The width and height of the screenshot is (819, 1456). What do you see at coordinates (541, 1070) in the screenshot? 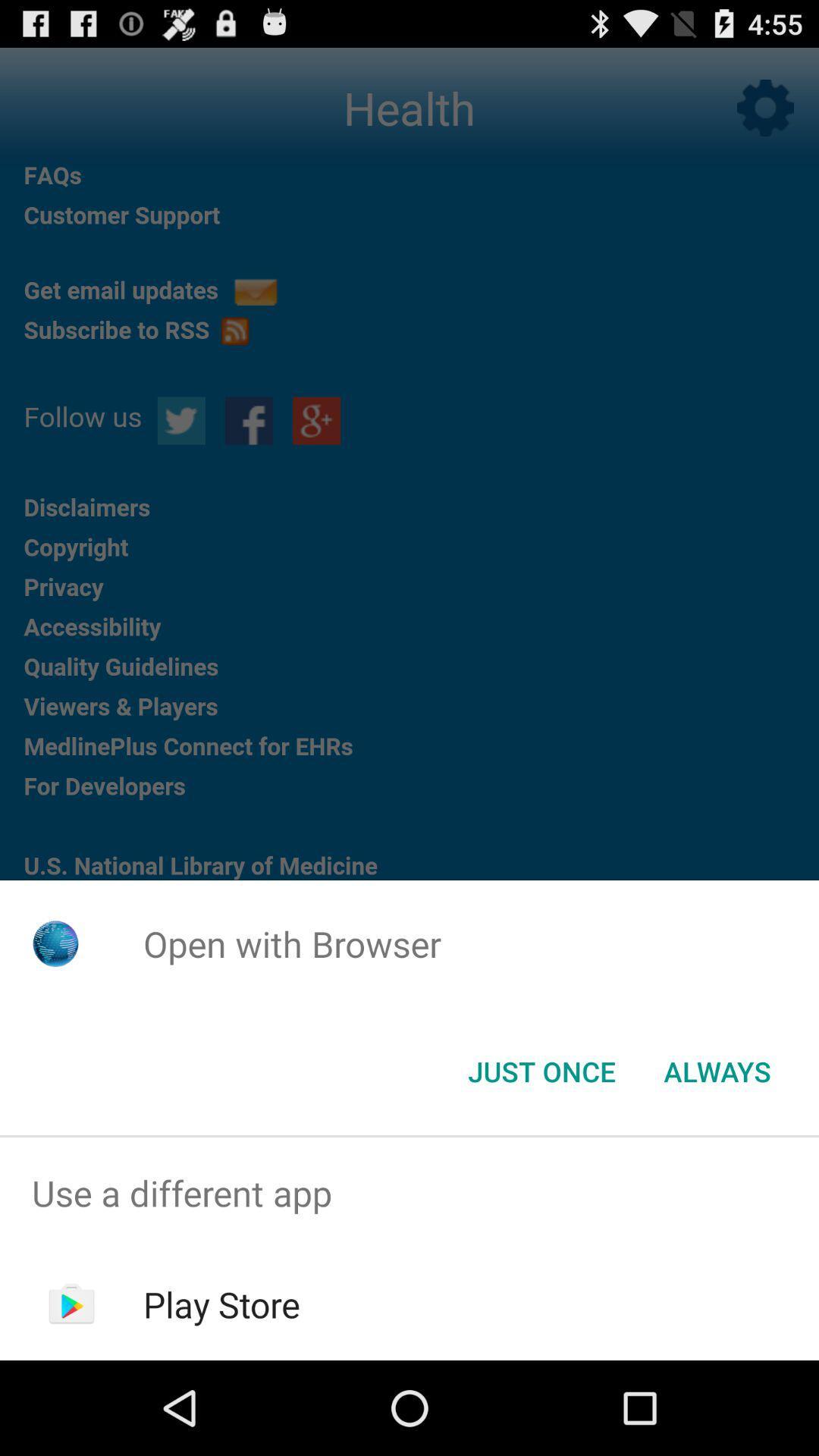
I see `icon below open with browser` at bounding box center [541, 1070].